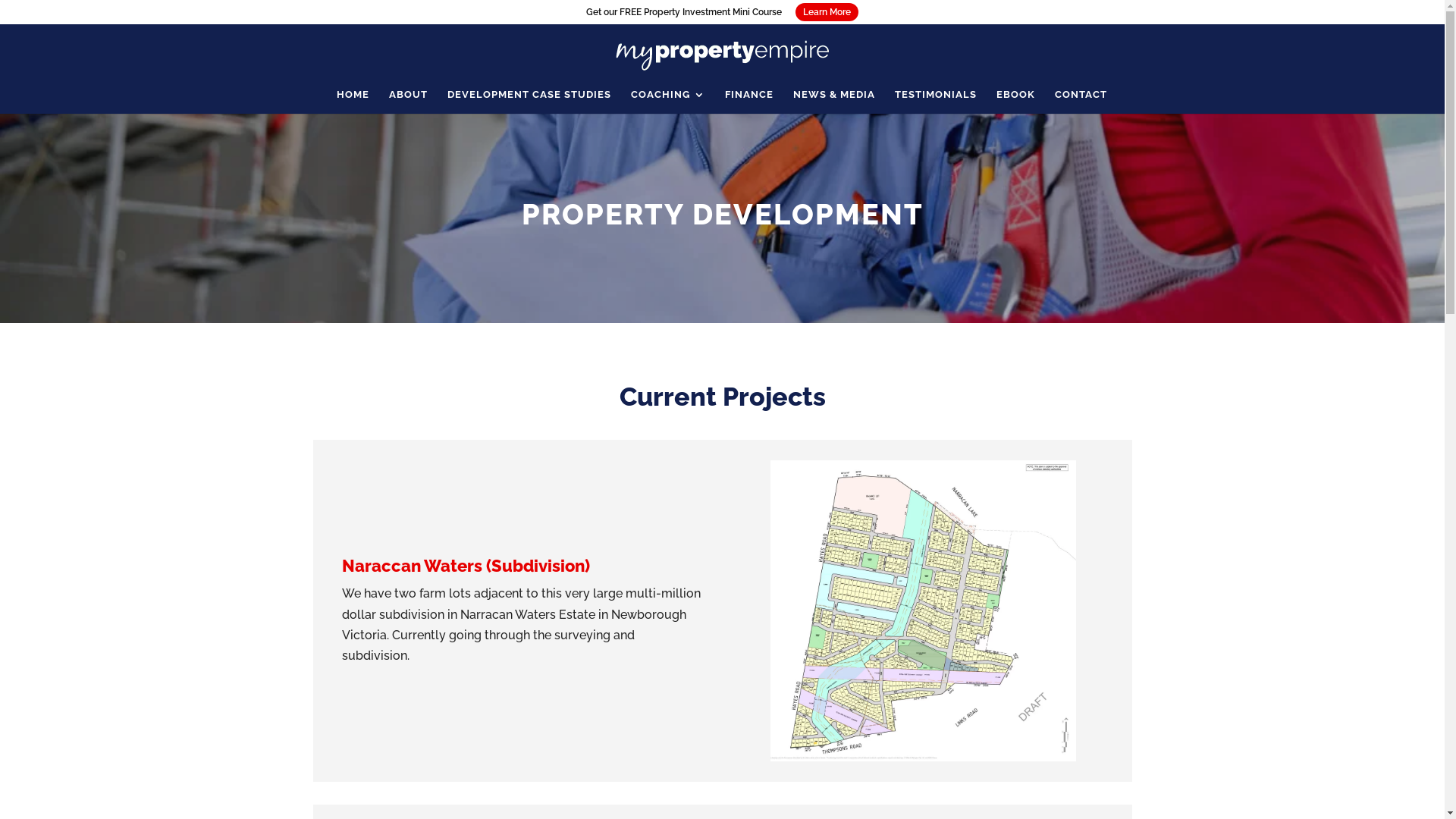  Describe the element at coordinates (749, 102) in the screenshot. I see `'FINANCE'` at that location.